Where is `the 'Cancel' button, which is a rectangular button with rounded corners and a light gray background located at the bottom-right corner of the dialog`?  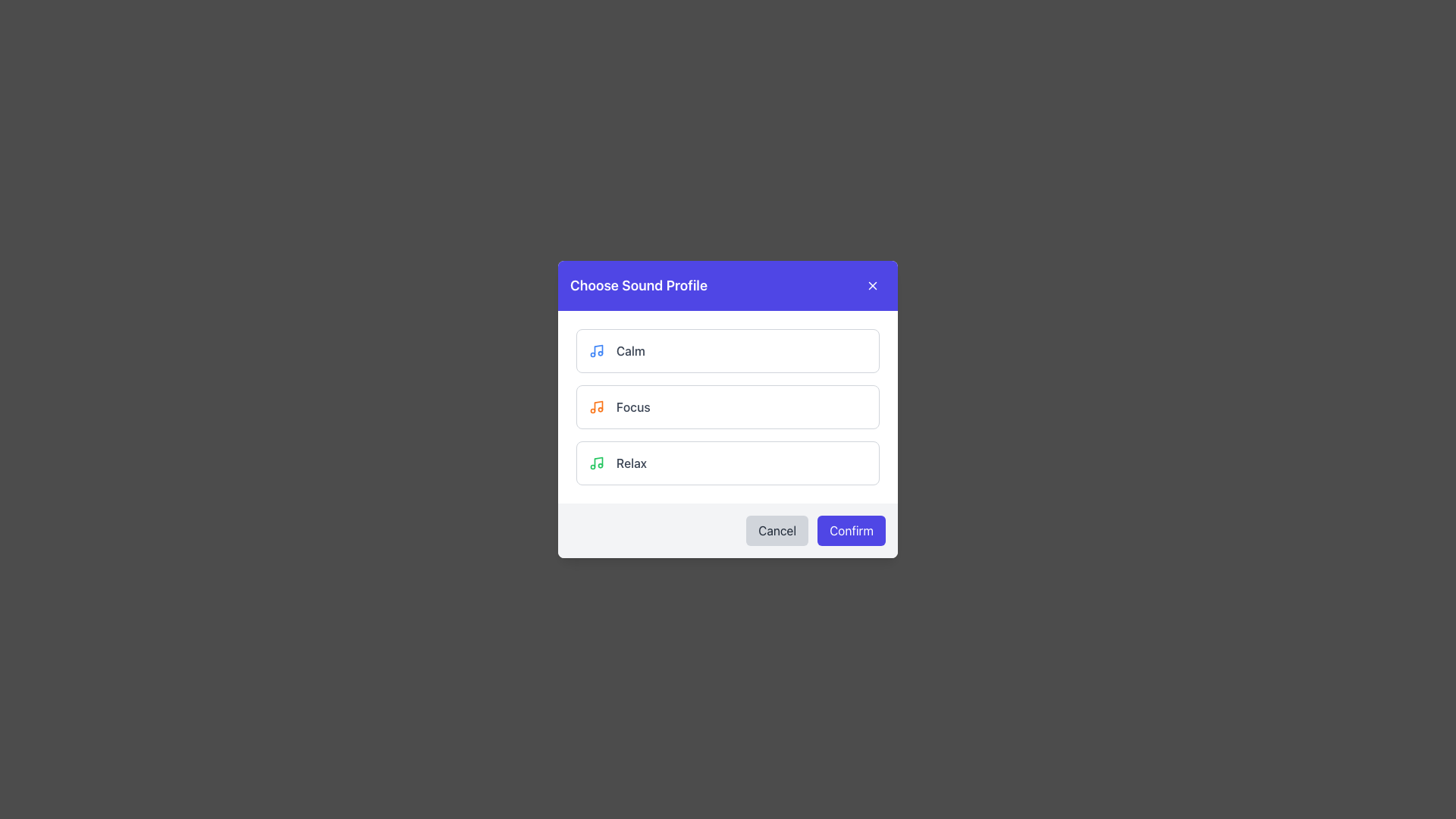 the 'Cancel' button, which is a rectangular button with rounded corners and a light gray background located at the bottom-right corner of the dialog is located at coordinates (777, 529).